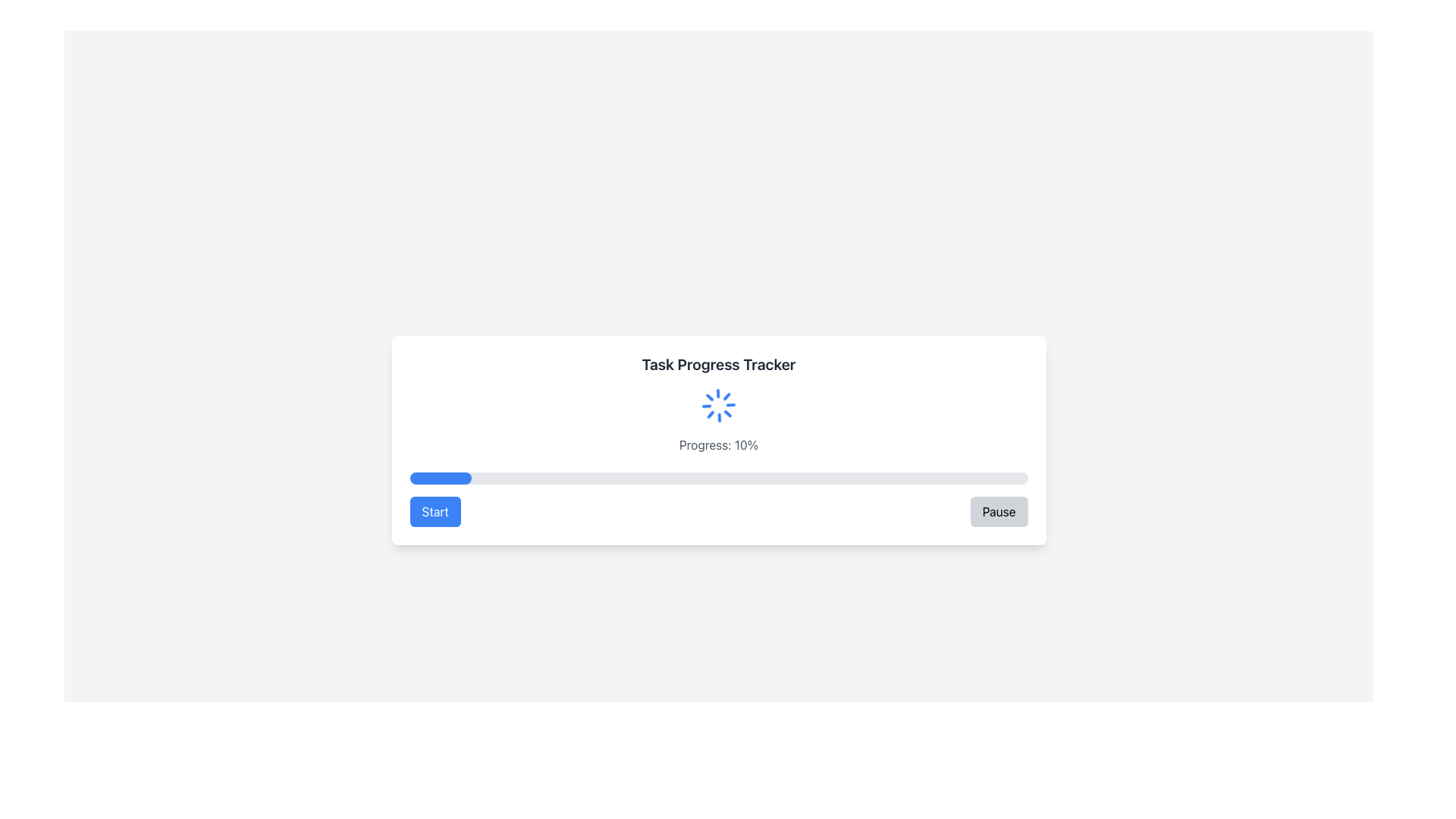 This screenshot has height=819, width=1456. Describe the element at coordinates (718, 479) in the screenshot. I see `the progress bar located below the text 'Progress: 10%' within the 'Task Progress Tracker' card, which visually represents the progress of a task` at that location.